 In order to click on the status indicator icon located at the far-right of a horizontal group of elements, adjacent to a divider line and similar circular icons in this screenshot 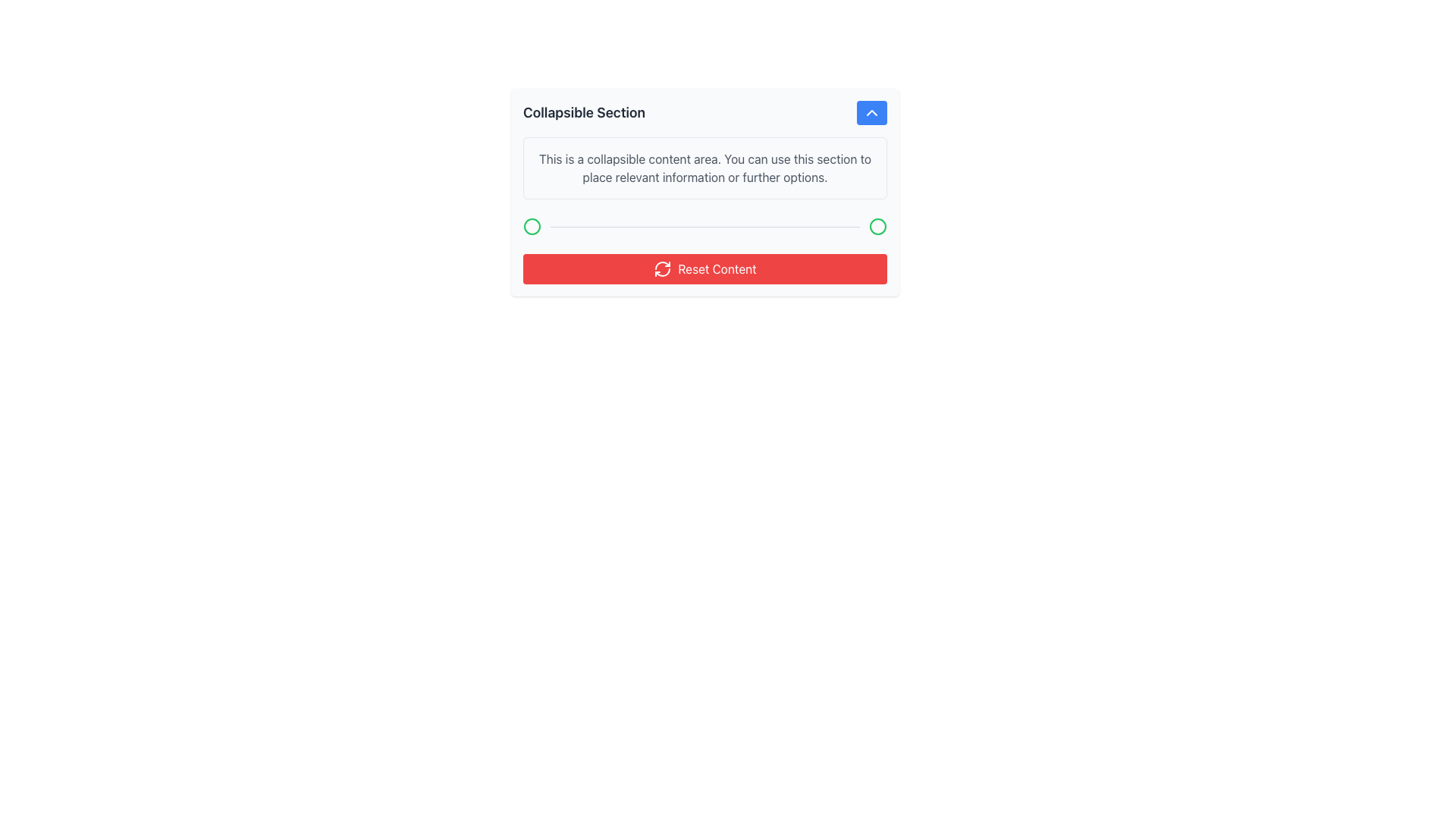, I will do `click(877, 227)`.